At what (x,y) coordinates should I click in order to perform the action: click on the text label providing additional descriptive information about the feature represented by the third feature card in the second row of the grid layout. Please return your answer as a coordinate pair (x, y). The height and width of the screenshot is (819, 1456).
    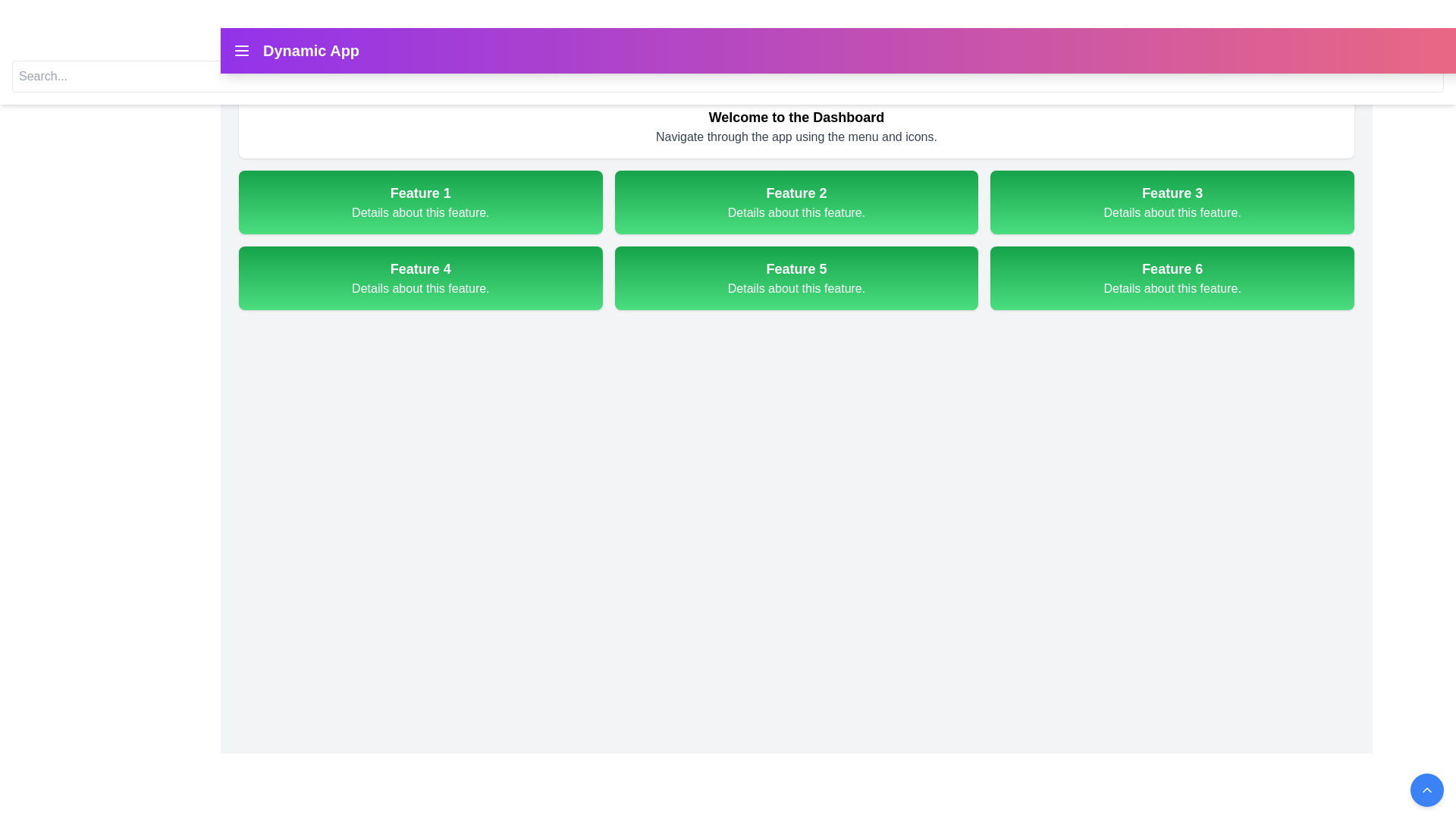
    Looking at the image, I should click on (1172, 213).